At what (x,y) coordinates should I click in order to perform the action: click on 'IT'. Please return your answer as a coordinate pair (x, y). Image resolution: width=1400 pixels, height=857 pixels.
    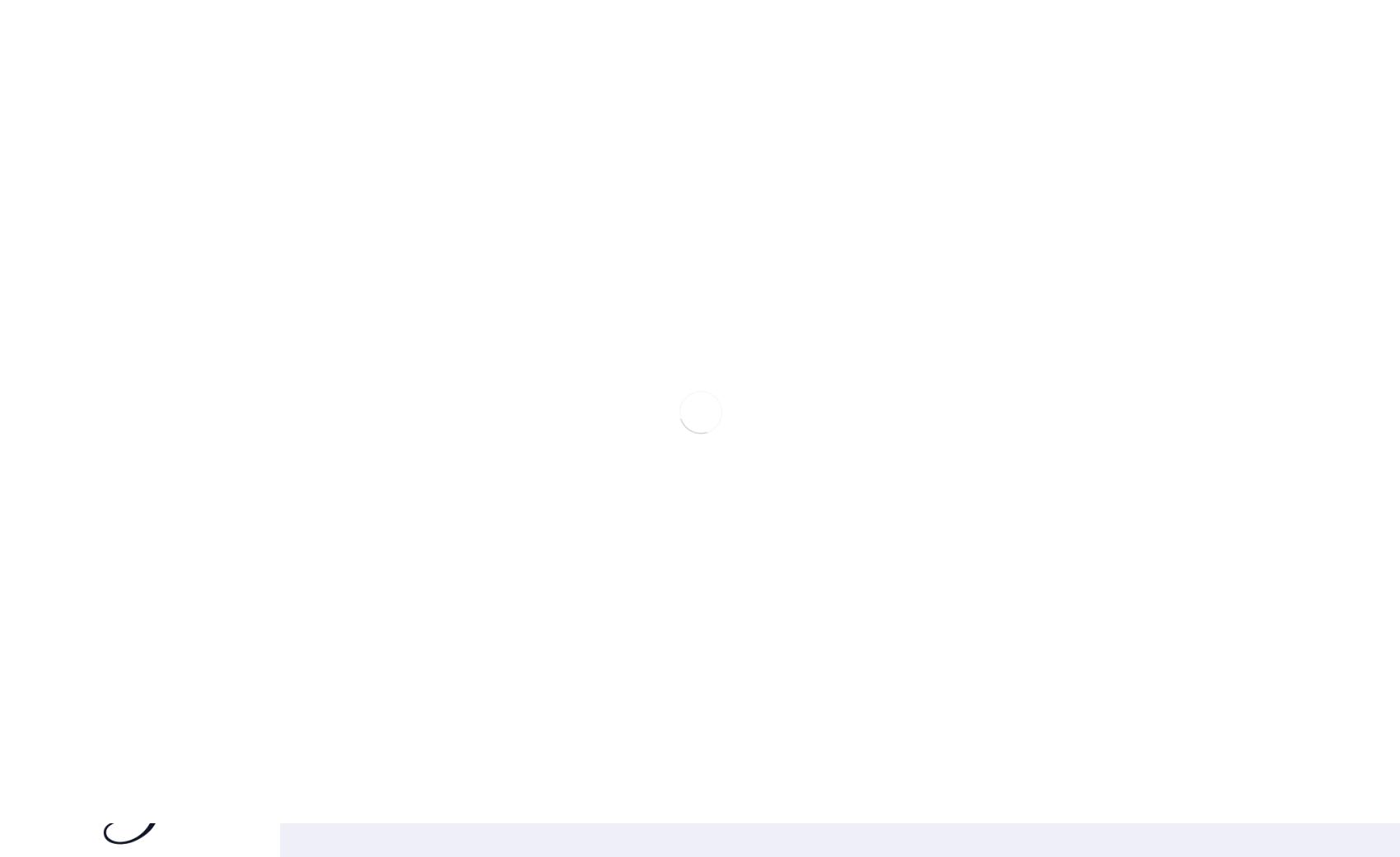
    Looking at the image, I should click on (10, 84).